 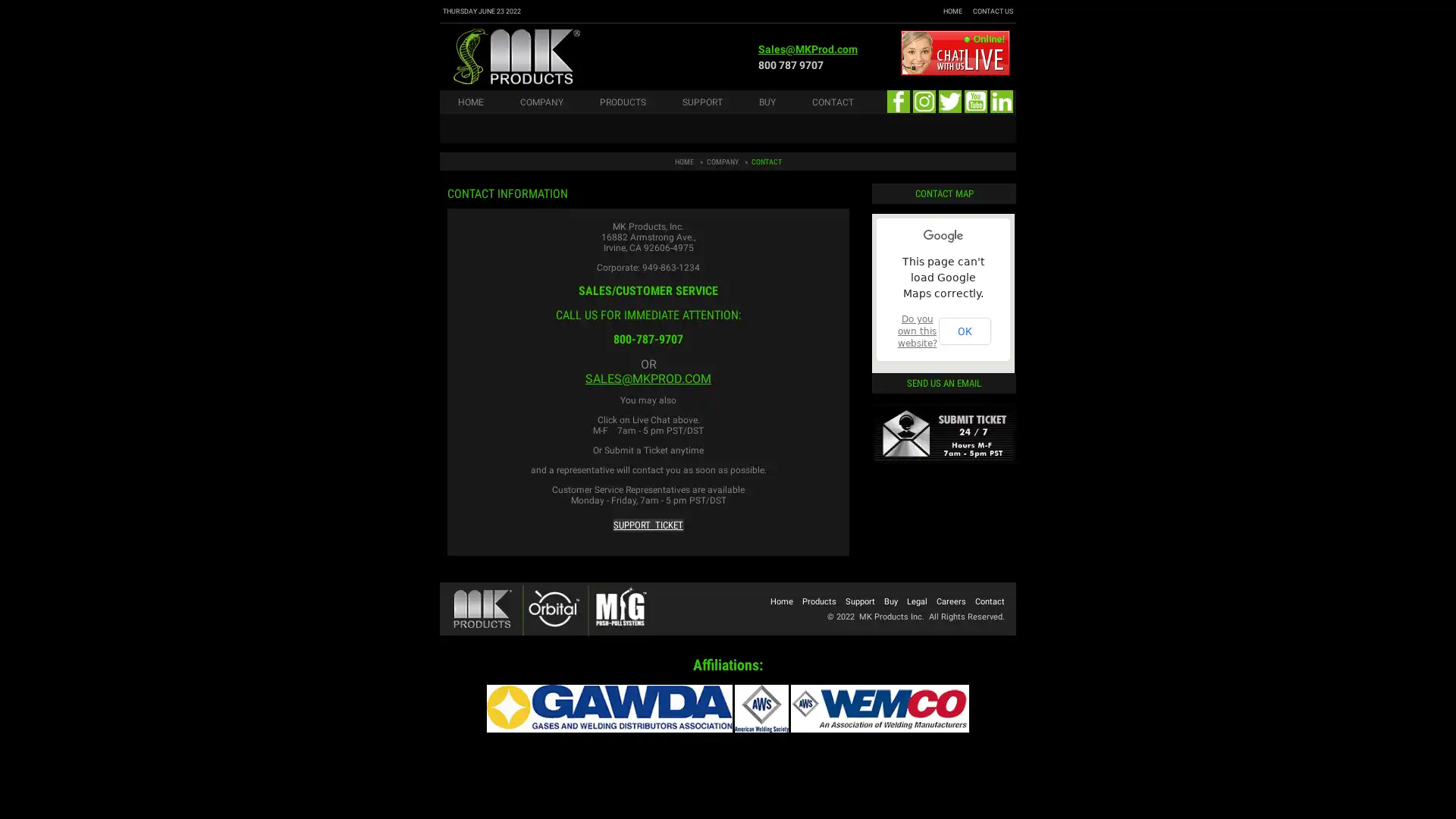 I want to click on Keyboard shortcuts, so click(x=885, y=368).